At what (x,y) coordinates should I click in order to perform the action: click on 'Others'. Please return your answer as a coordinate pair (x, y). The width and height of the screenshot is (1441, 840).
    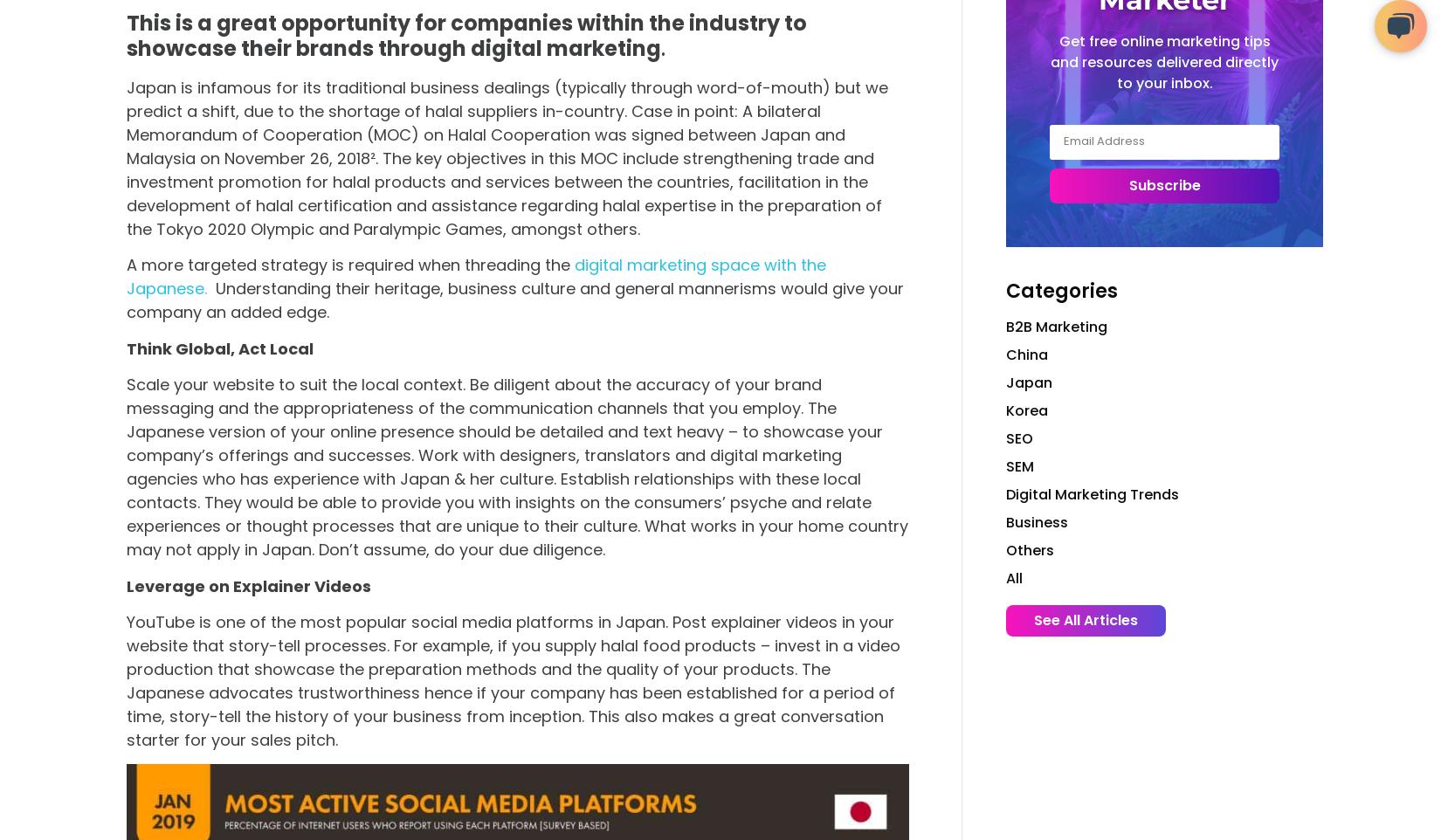
    Looking at the image, I should click on (1030, 549).